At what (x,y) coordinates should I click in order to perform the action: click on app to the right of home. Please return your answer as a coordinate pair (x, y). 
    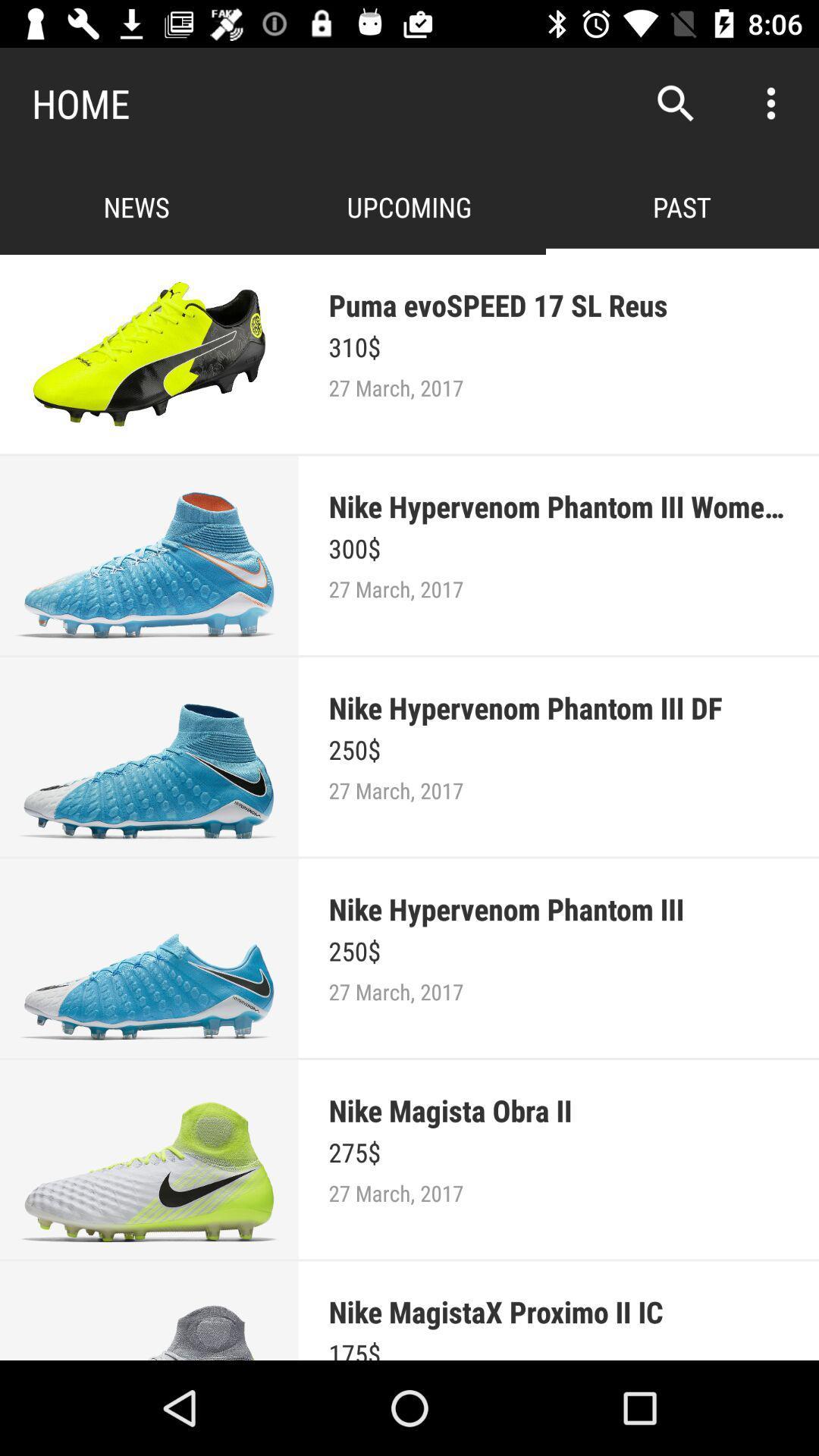
    Looking at the image, I should click on (675, 102).